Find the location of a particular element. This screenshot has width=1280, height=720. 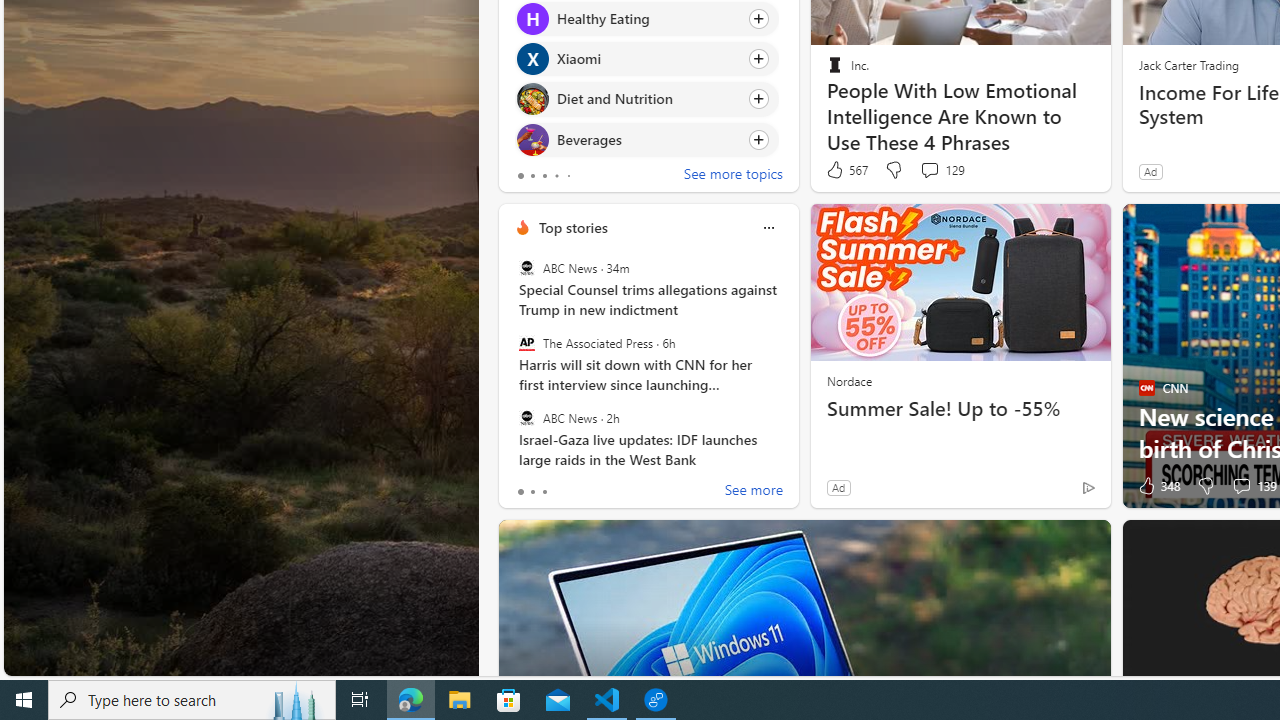

'tab-4' is located at coordinates (567, 175).